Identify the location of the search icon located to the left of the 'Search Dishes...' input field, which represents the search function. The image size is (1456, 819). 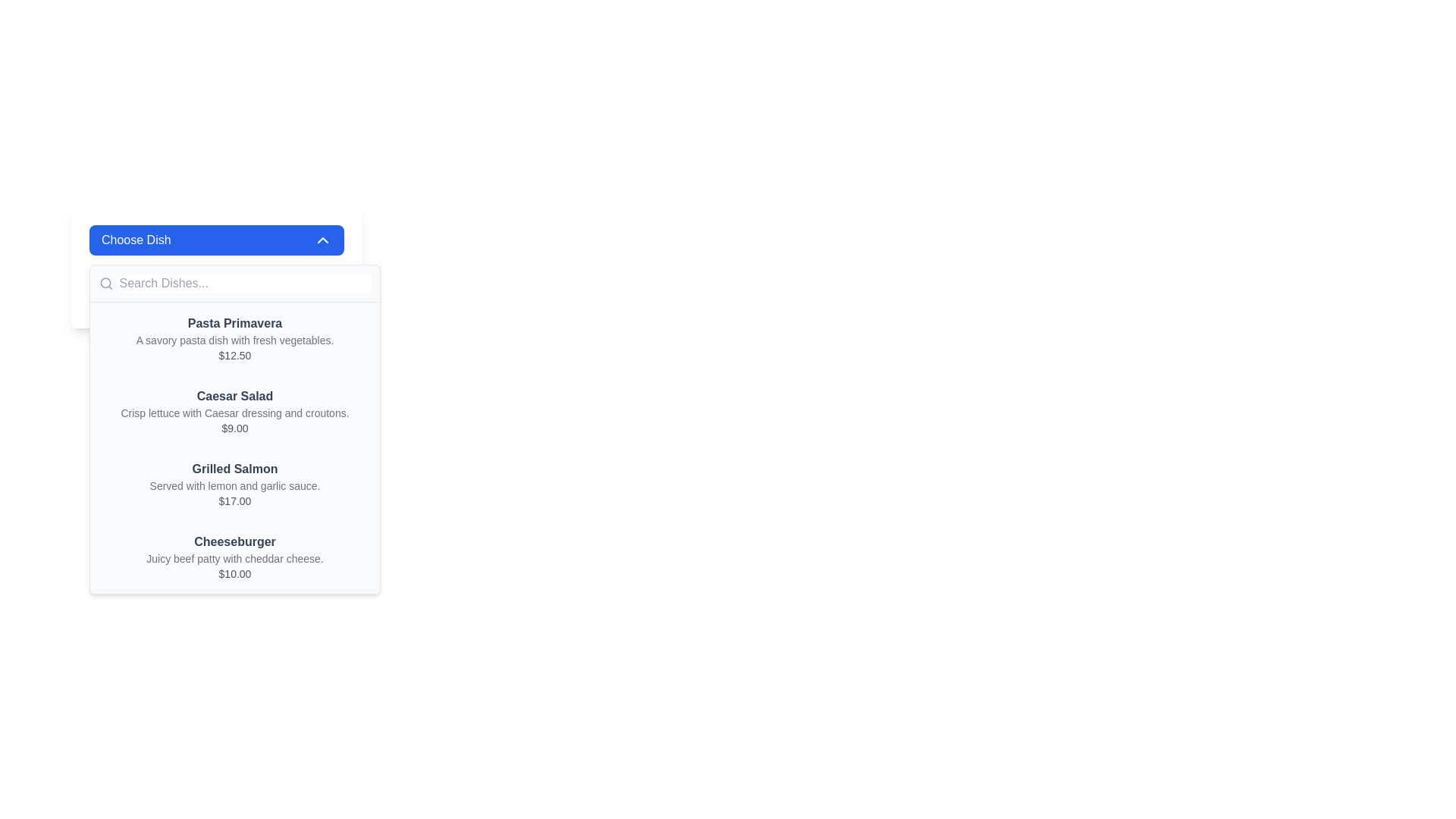
(105, 284).